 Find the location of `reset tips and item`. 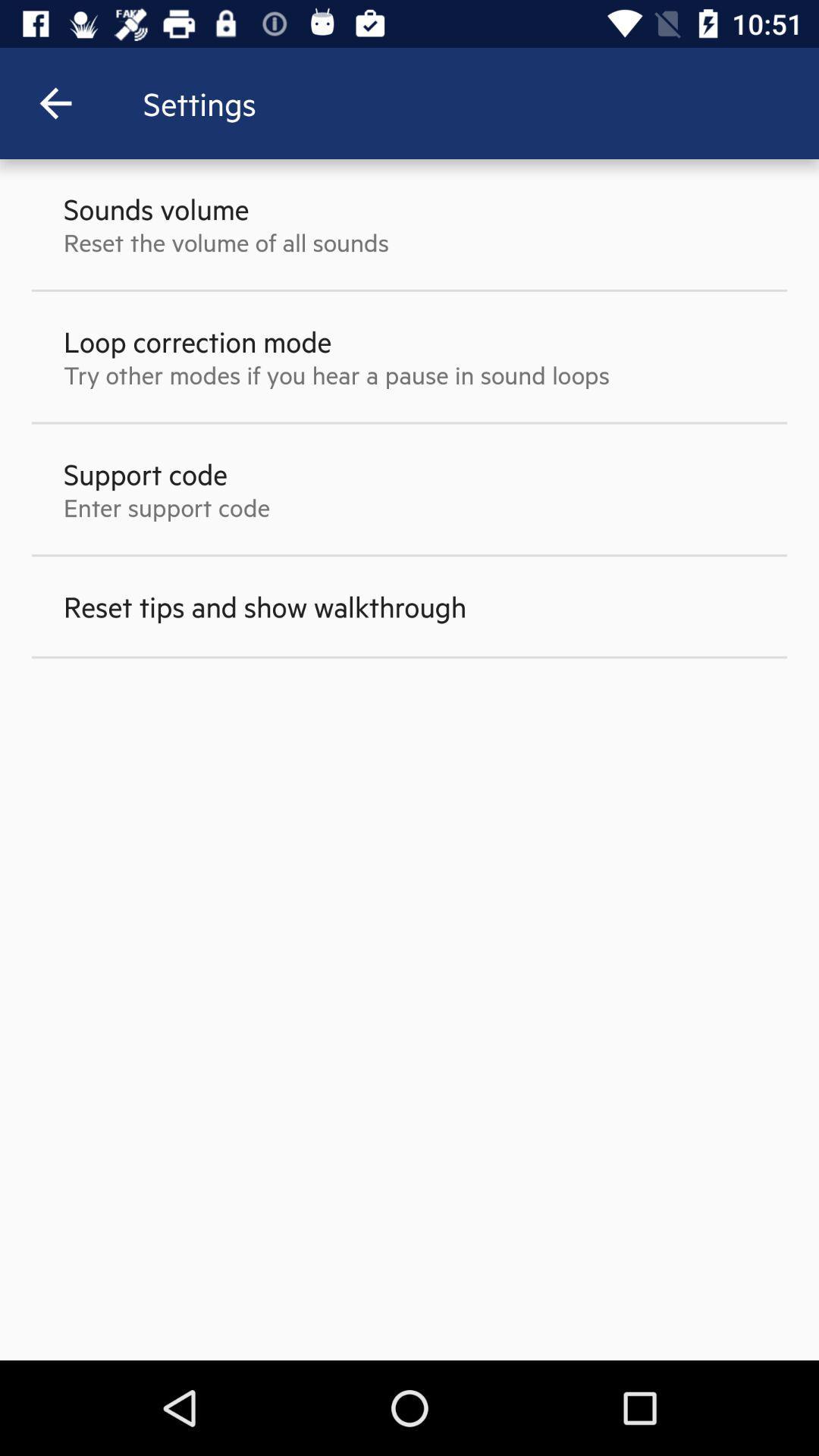

reset tips and item is located at coordinates (264, 605).